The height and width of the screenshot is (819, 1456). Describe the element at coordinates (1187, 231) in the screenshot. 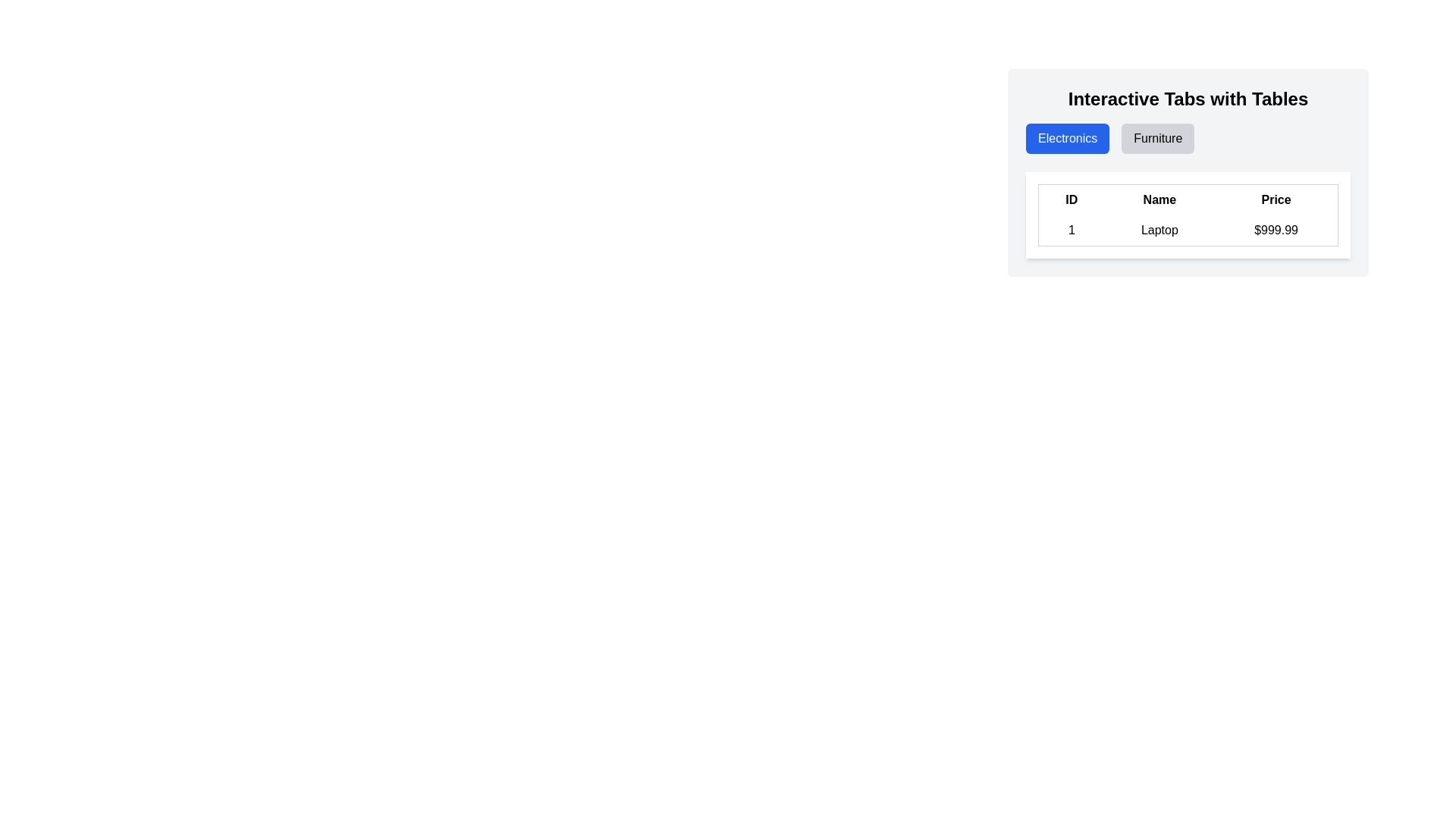

I see `the first row in the table, which includes '1', 'Laptop', and '$999.99'` at that location.